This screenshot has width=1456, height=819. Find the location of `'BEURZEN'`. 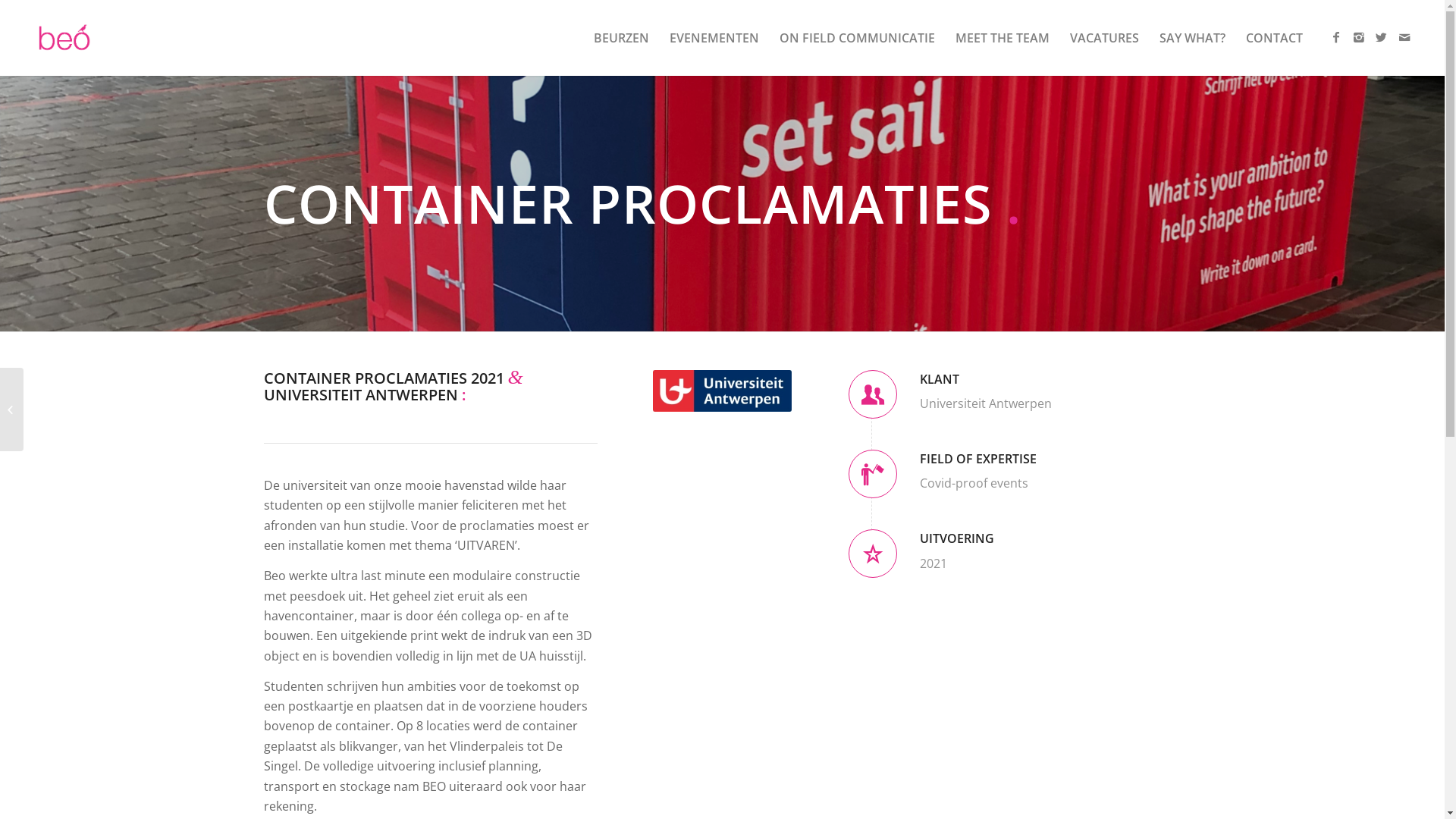

'BEURZEN' is located at coordinates (621, 37).